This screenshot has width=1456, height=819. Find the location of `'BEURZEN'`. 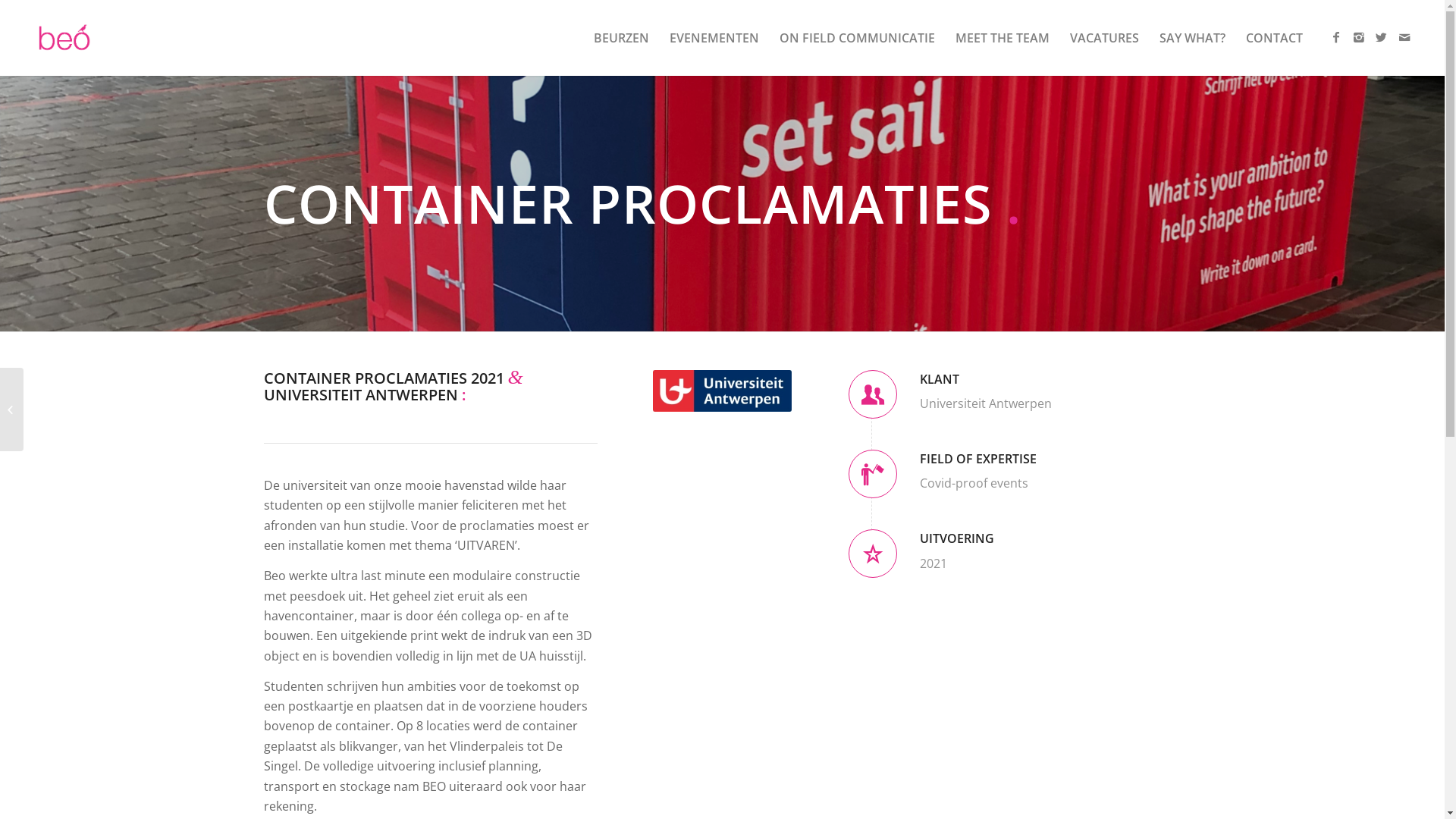

'BEURZEN' is located at coordinates (621, 37).